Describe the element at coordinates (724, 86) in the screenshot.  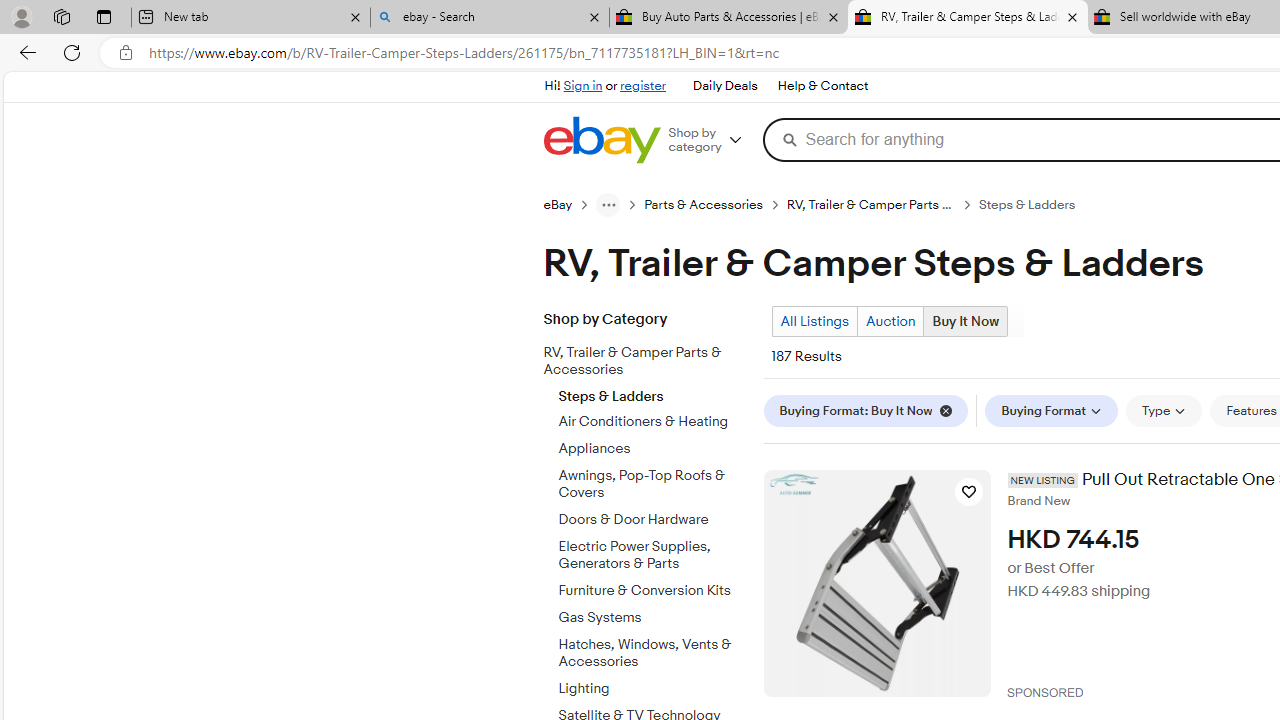
I see `'Daily Deals'` at that location.